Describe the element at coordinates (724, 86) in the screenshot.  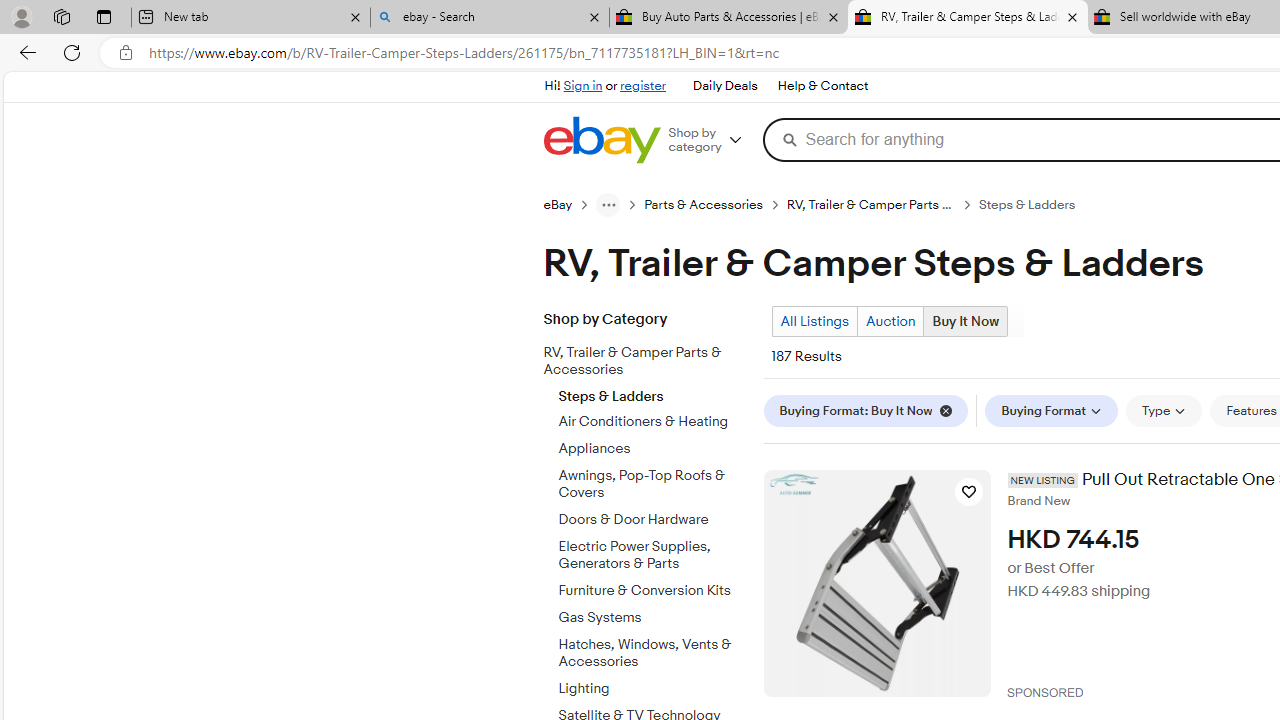
I see `'Daily Deals'` at that location.